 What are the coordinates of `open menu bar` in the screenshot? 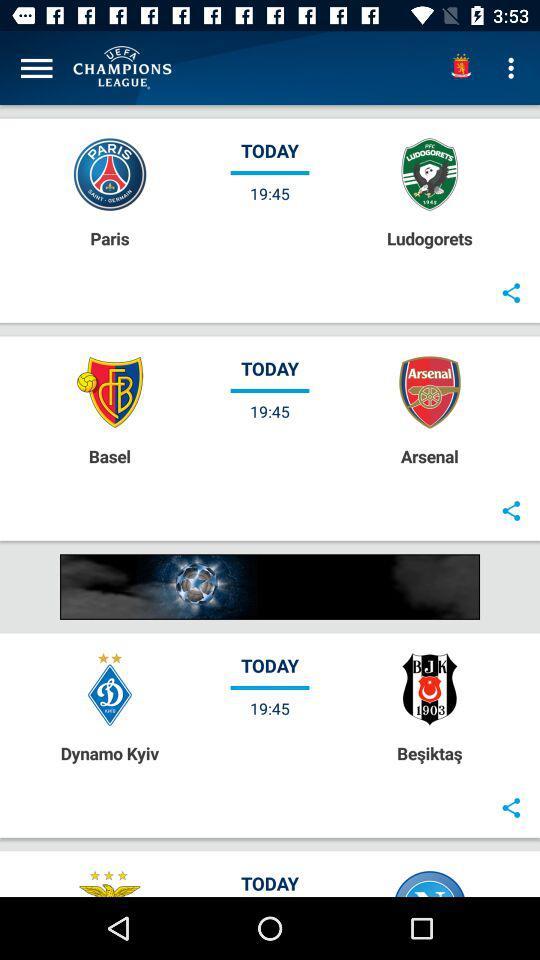 It's located at (36, 68).